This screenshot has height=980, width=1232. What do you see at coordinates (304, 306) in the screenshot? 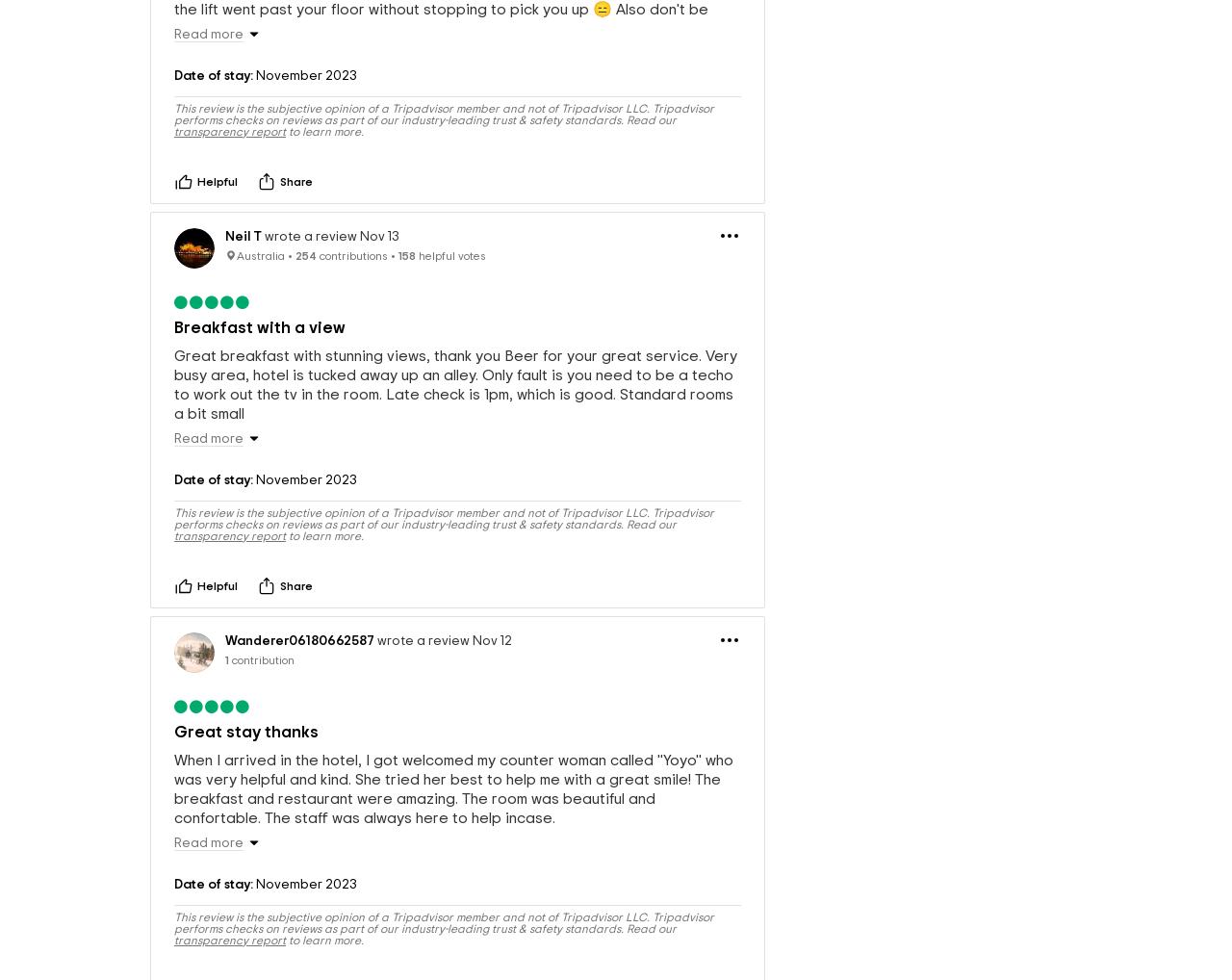
I see `'254'` at bounding box center [304, 306].